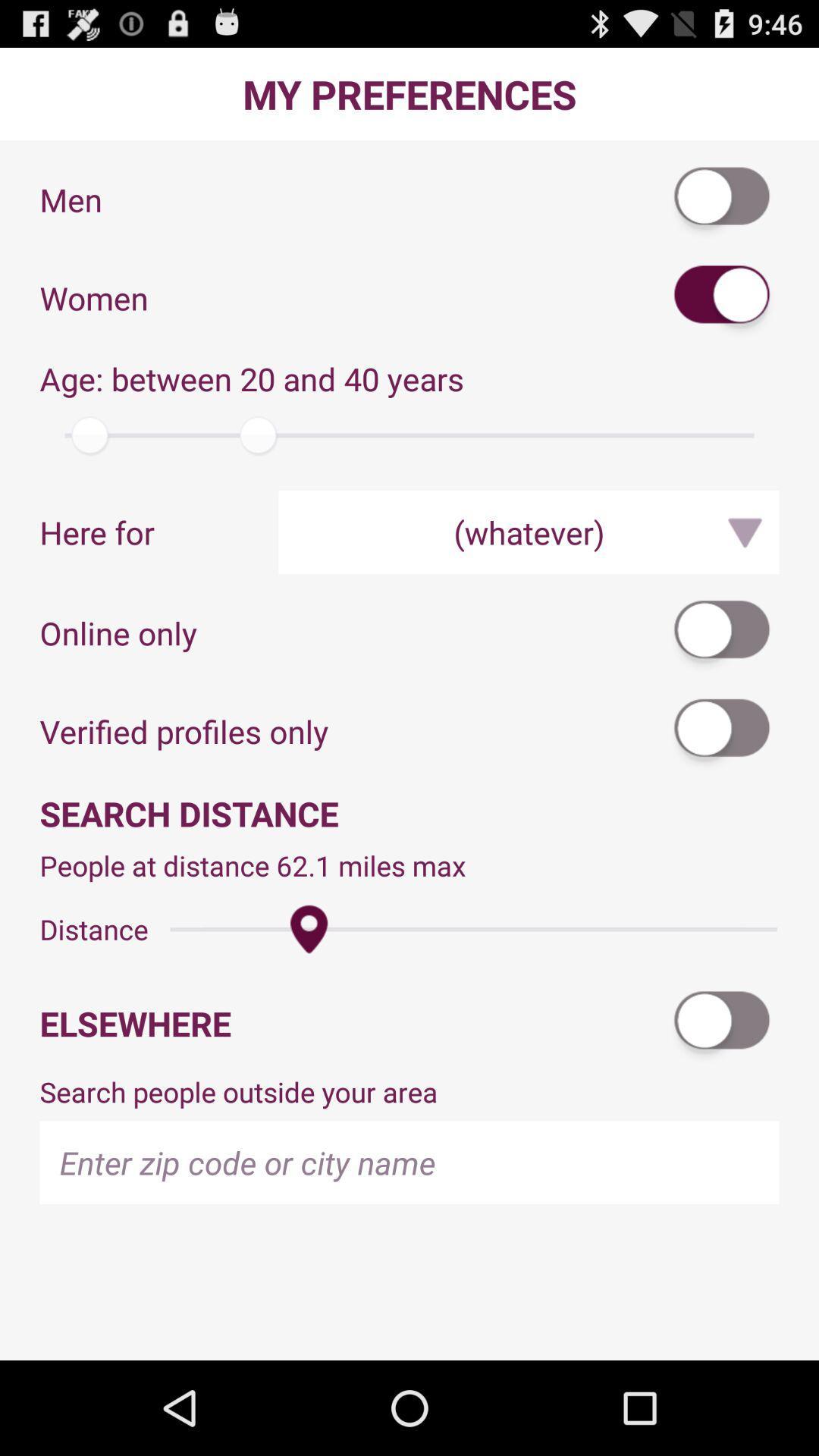 The image size is (819, 1456). What do you see at coordinates (722, 1023) in the screenshot?
I see `search option` at bounding box center [722, 1023].